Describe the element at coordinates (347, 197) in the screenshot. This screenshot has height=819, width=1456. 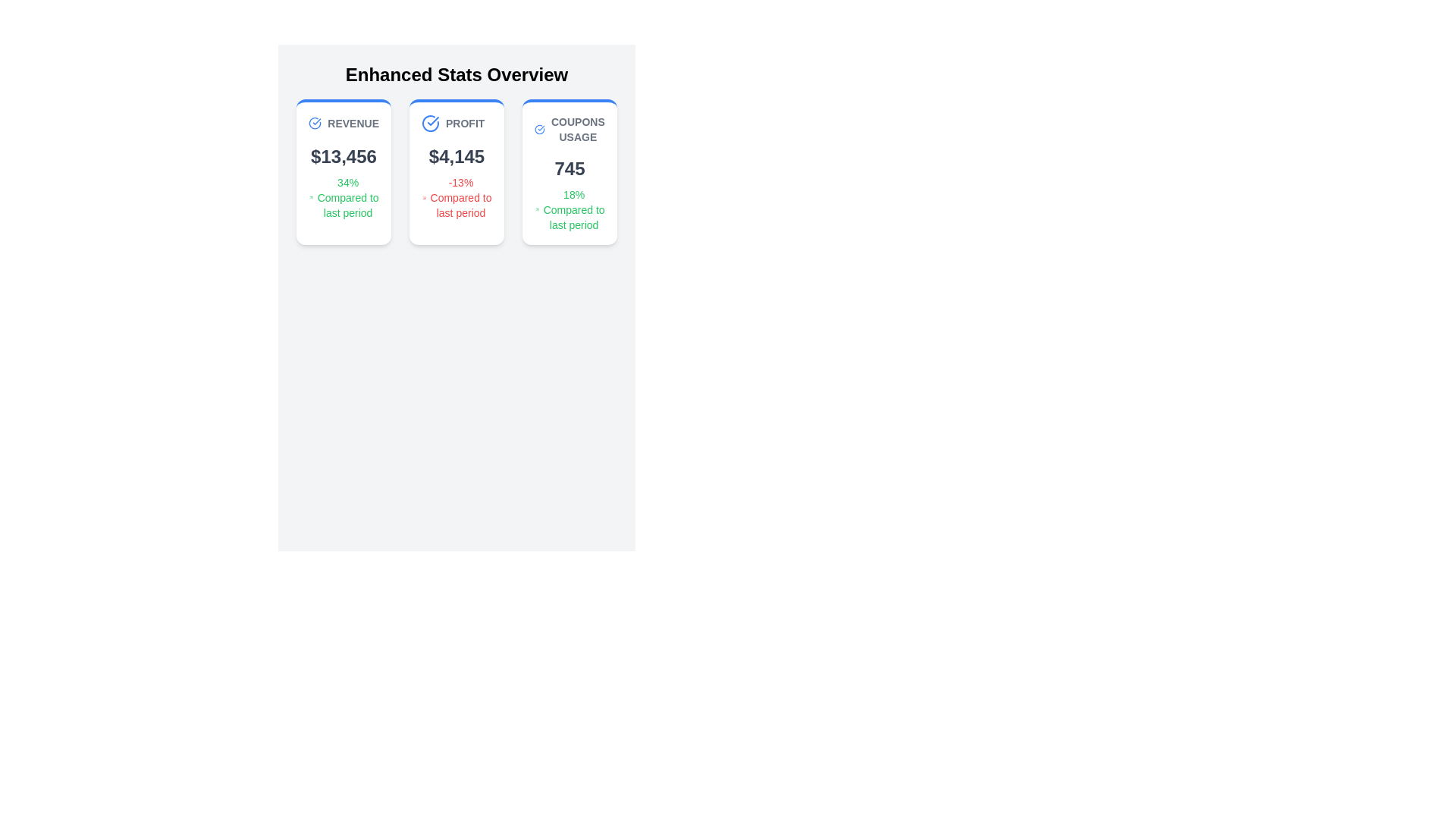
I see `percentage change text (34%) displayed in the revenue card located below the upward arrow icon and above the monetary value ($13,456)` at that location.